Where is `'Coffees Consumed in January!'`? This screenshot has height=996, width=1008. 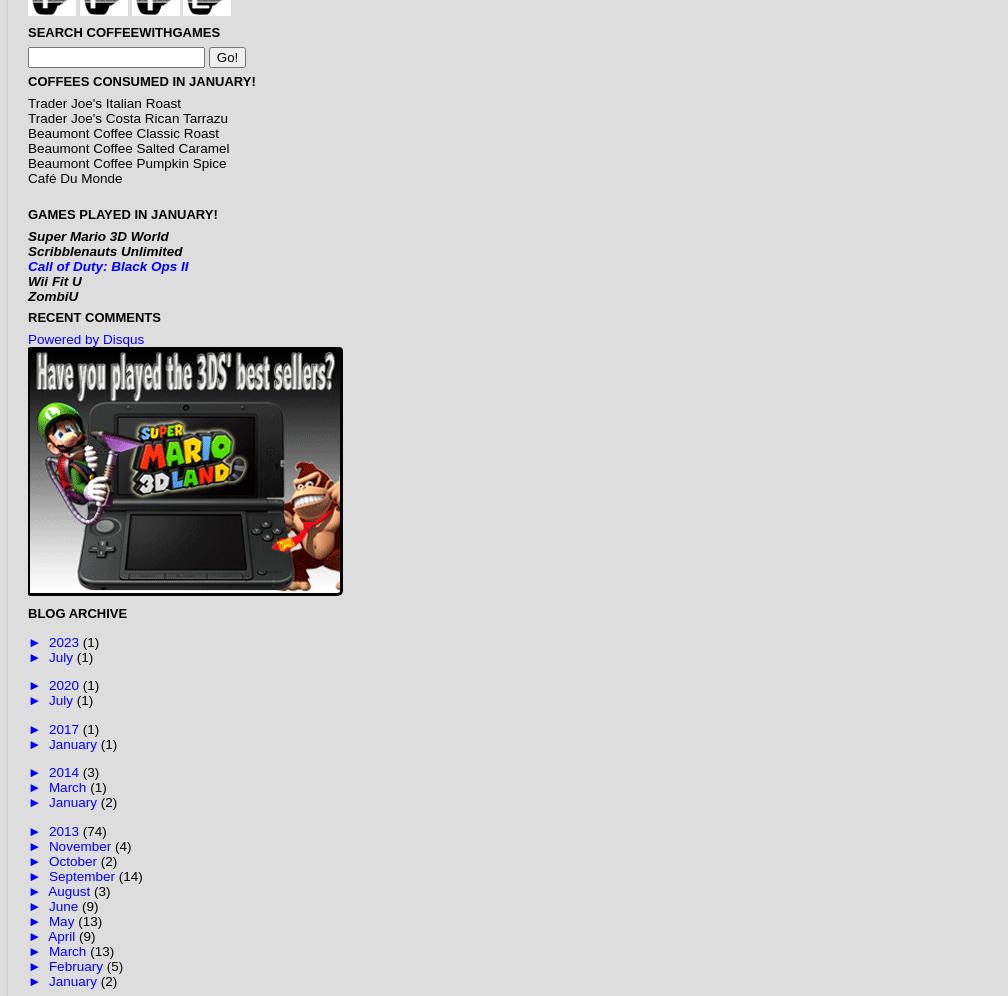
'Coffees Consumed in January!' is located at coordinates (141, 80).